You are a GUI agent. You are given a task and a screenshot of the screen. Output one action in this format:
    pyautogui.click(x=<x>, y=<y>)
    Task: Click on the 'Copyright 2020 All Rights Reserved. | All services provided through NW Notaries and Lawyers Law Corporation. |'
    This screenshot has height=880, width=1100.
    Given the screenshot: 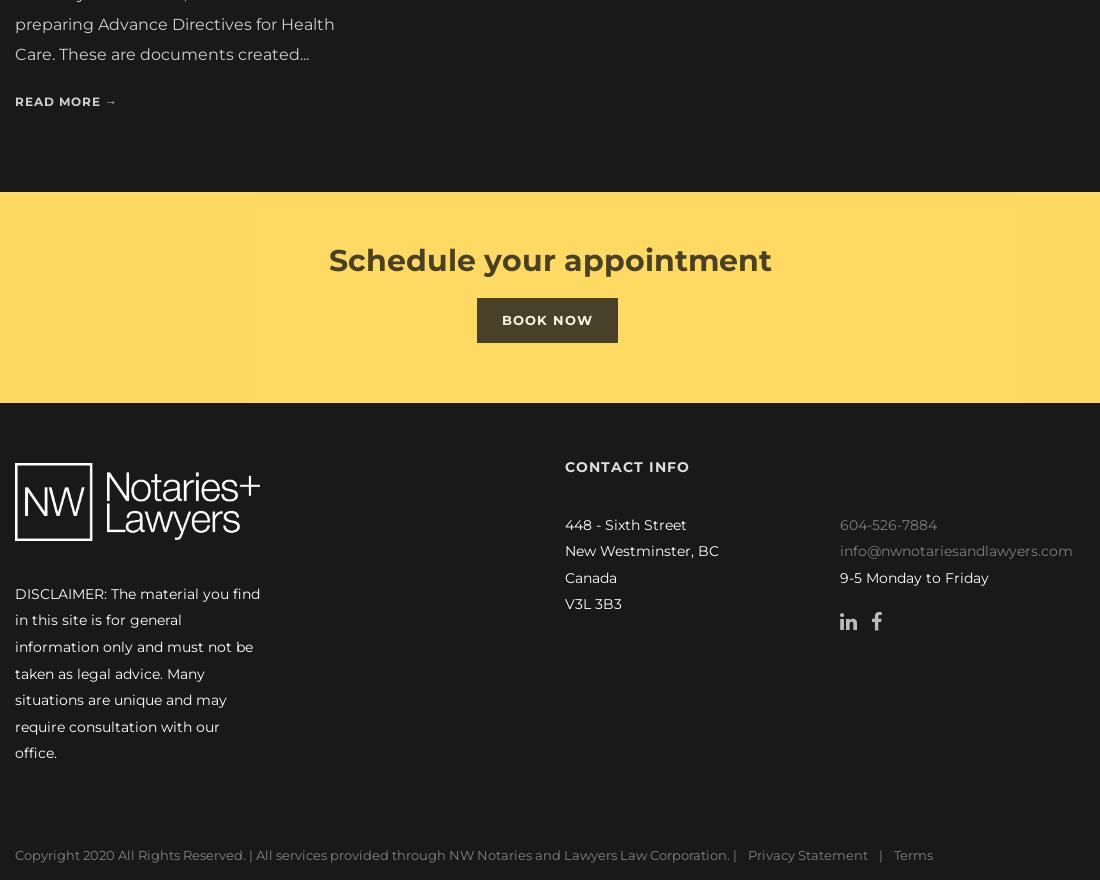 What is the action you would take?
    pyautogui.click(x=13, y=855)
    